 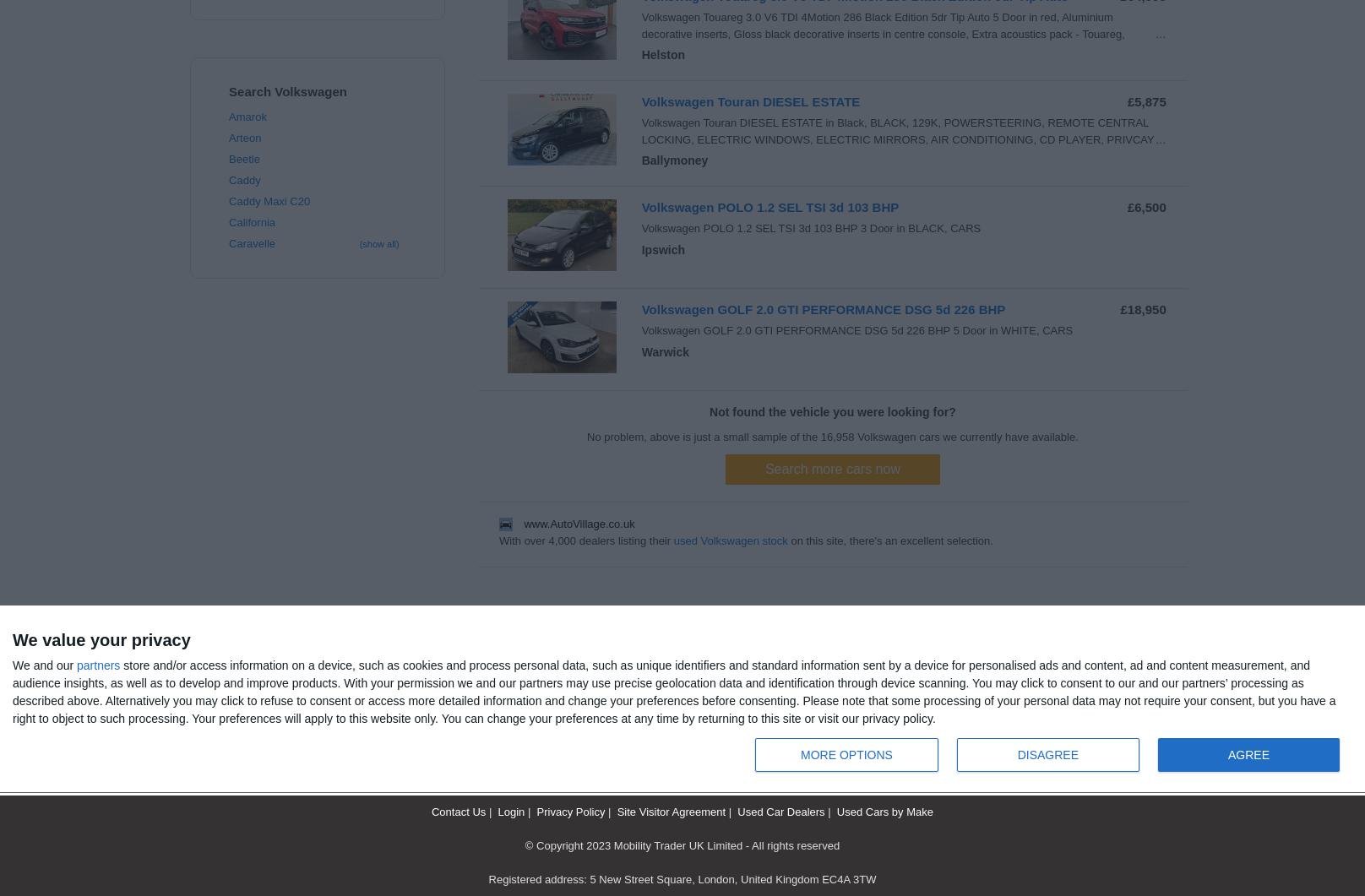 What do you see at coordinates (810, 227) in the screenshot?
I see `'Volkswagen POLO 1.2 SEL TSI 3d 103 BHP 3 Door in BLACK, CARS'` at bounding box center [810, 227].